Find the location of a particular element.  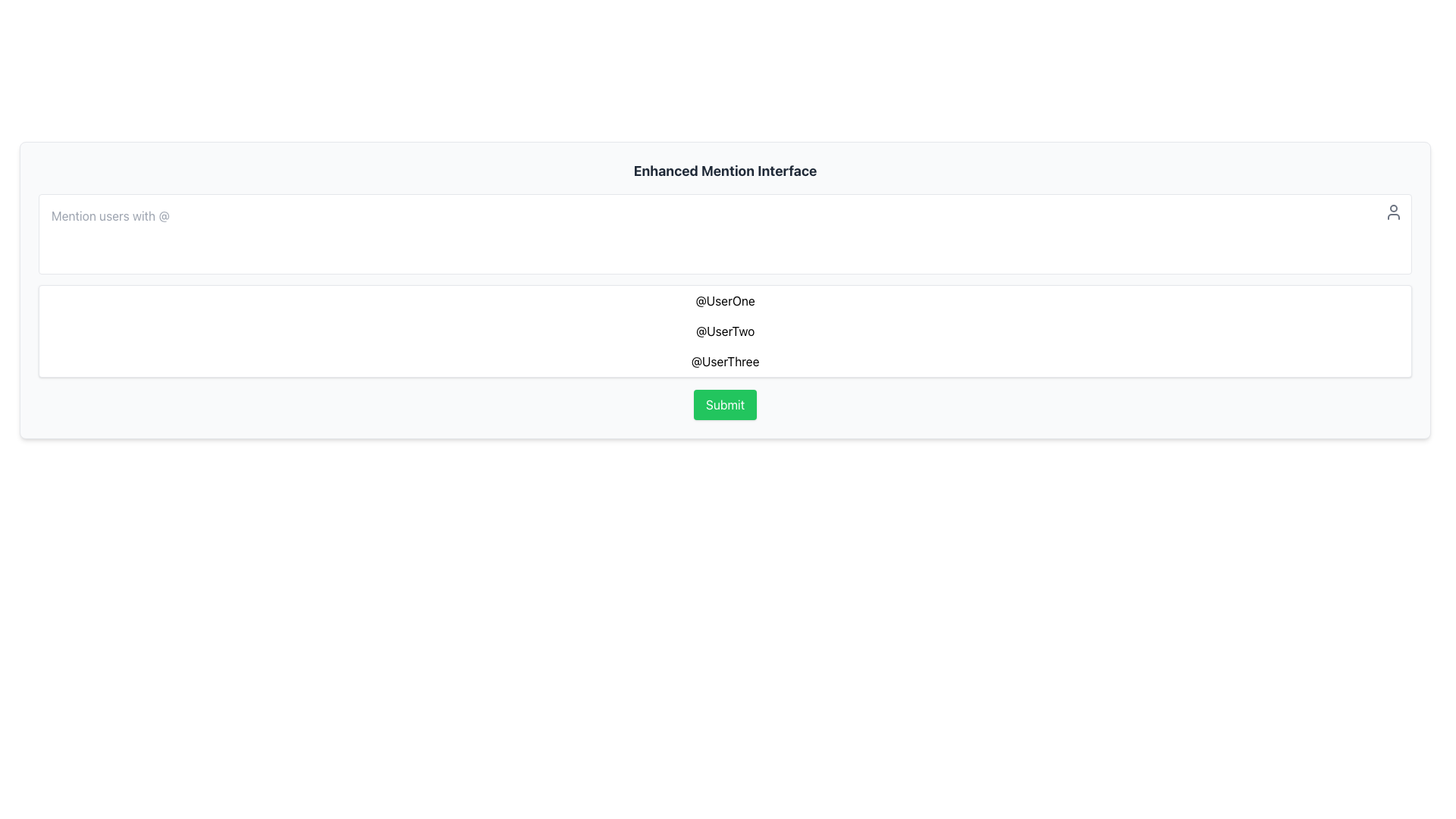

the user profile icon located in the upper-right corner of the mention input box, next to the placeholder text 'Mention users with @' is located at coordinates (1394, 212).